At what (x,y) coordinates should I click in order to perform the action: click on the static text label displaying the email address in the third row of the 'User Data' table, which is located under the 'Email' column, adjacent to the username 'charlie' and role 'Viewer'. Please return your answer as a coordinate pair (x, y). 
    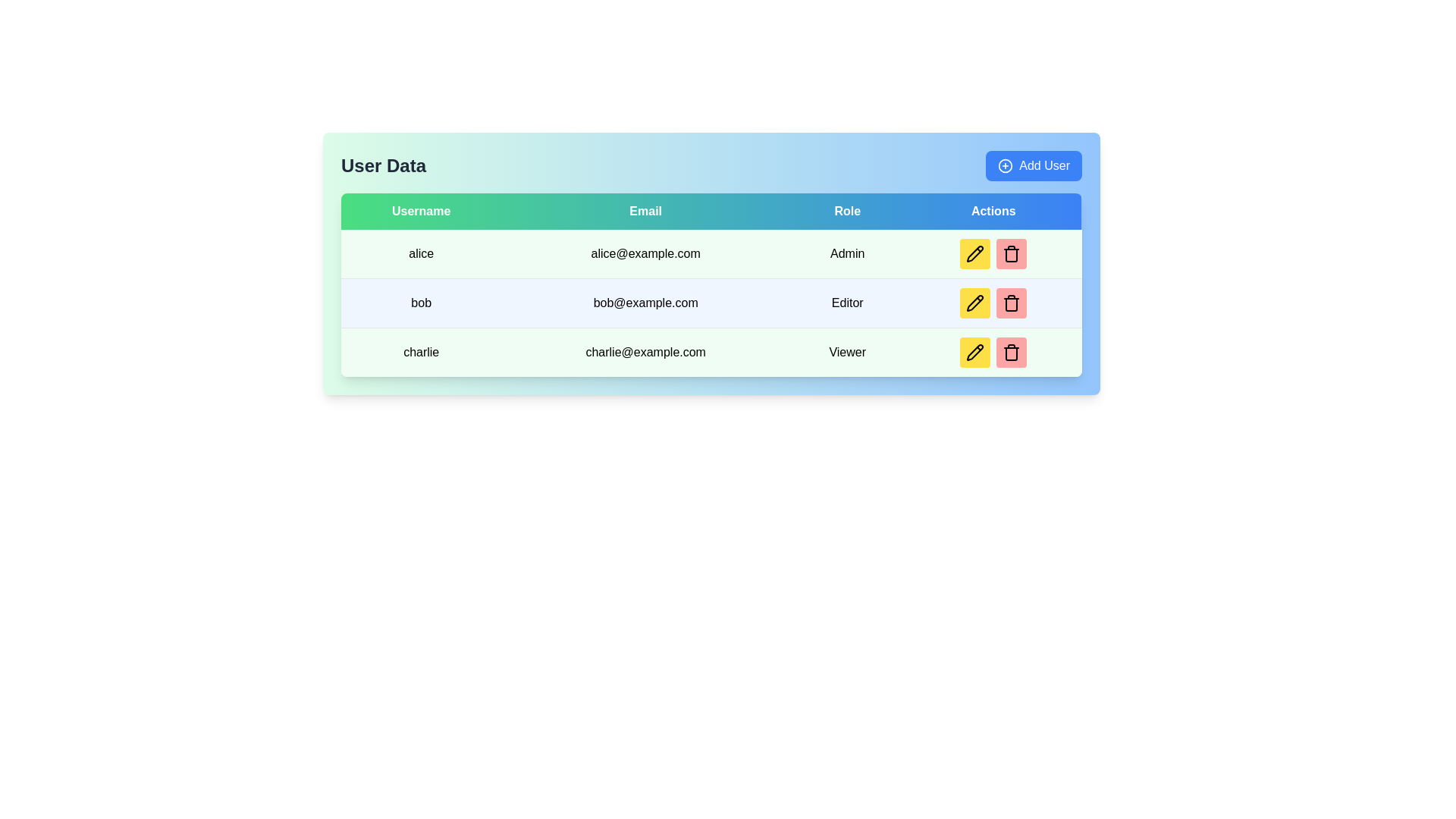
    Looking at the image, I should click on (645, 352).